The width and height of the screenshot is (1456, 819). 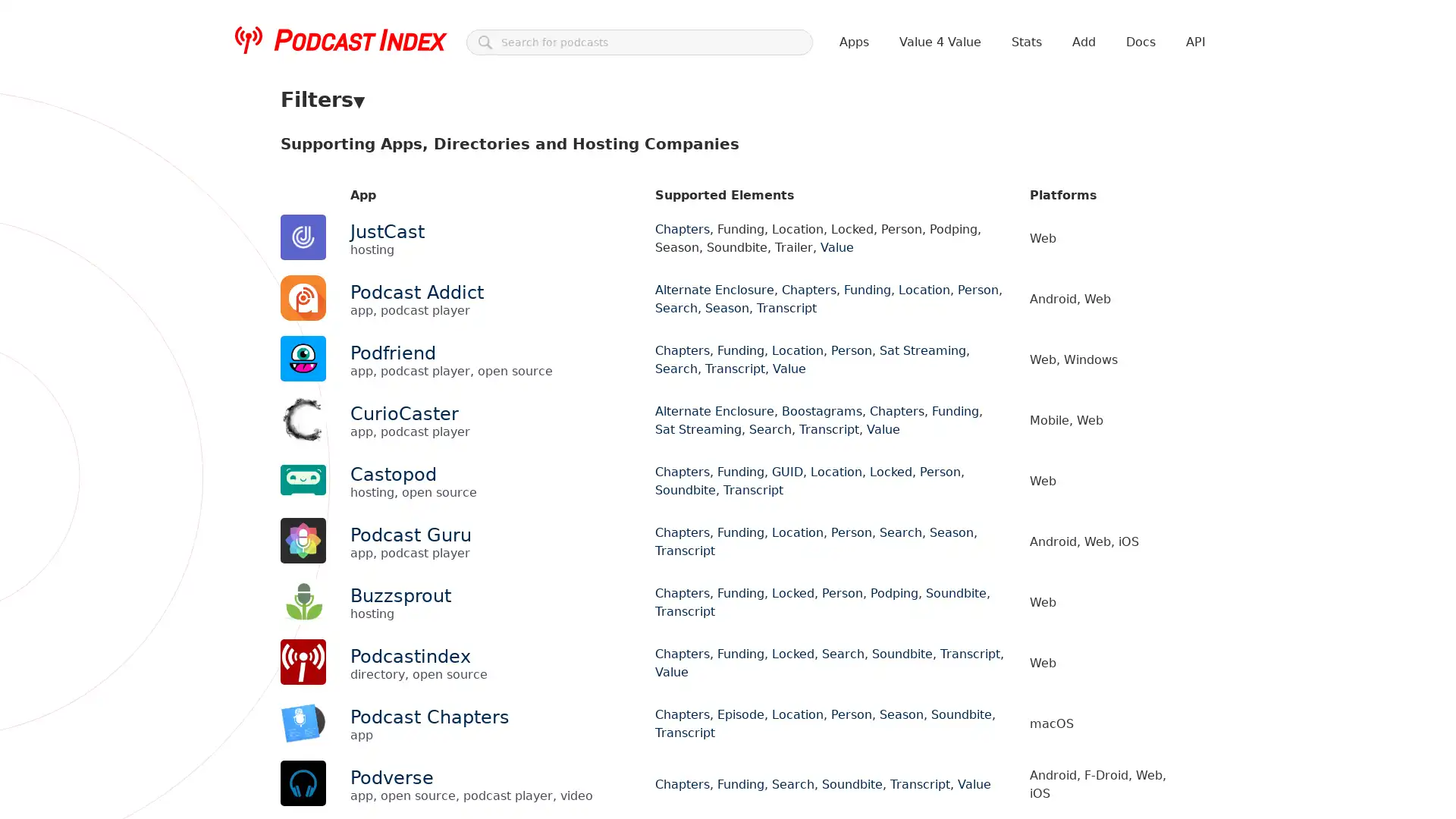 What do you see at coordinates (379, 229) in the screenshot?
I see `Alternate Enclosure` at bounding box center [379, 229].